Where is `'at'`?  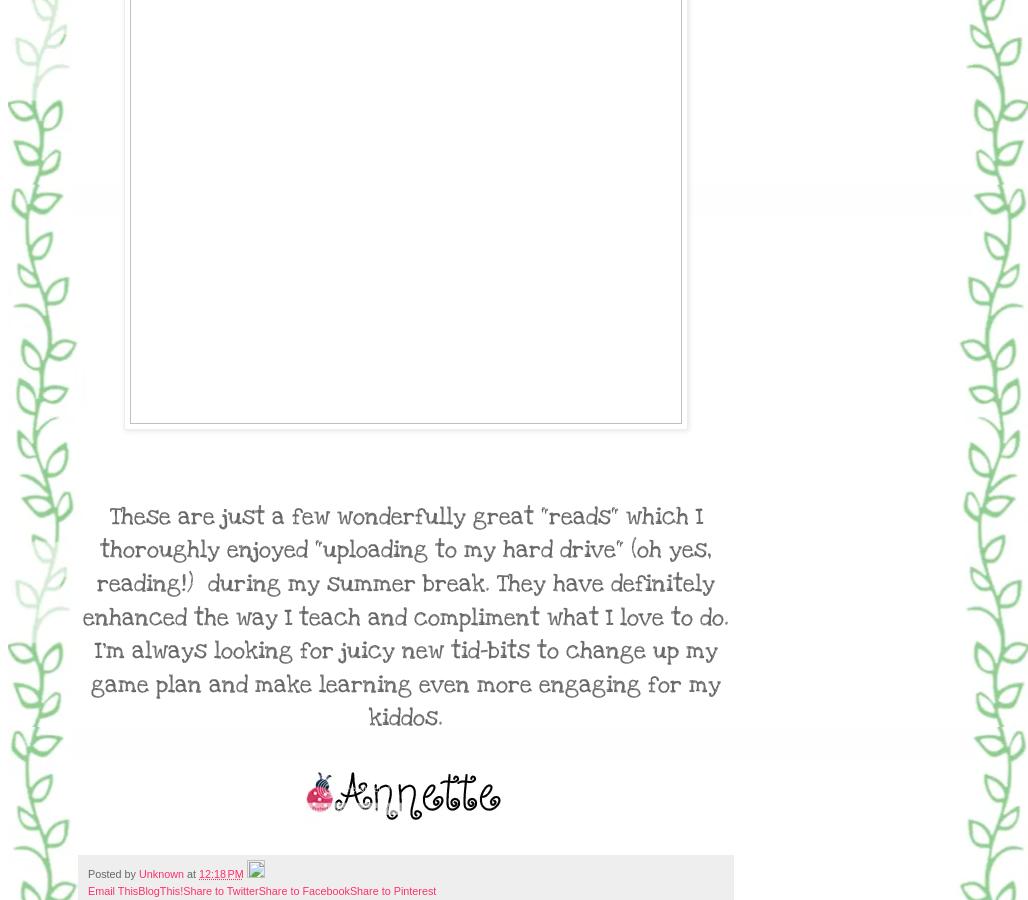
'at' is located at coordinates (186, 873).